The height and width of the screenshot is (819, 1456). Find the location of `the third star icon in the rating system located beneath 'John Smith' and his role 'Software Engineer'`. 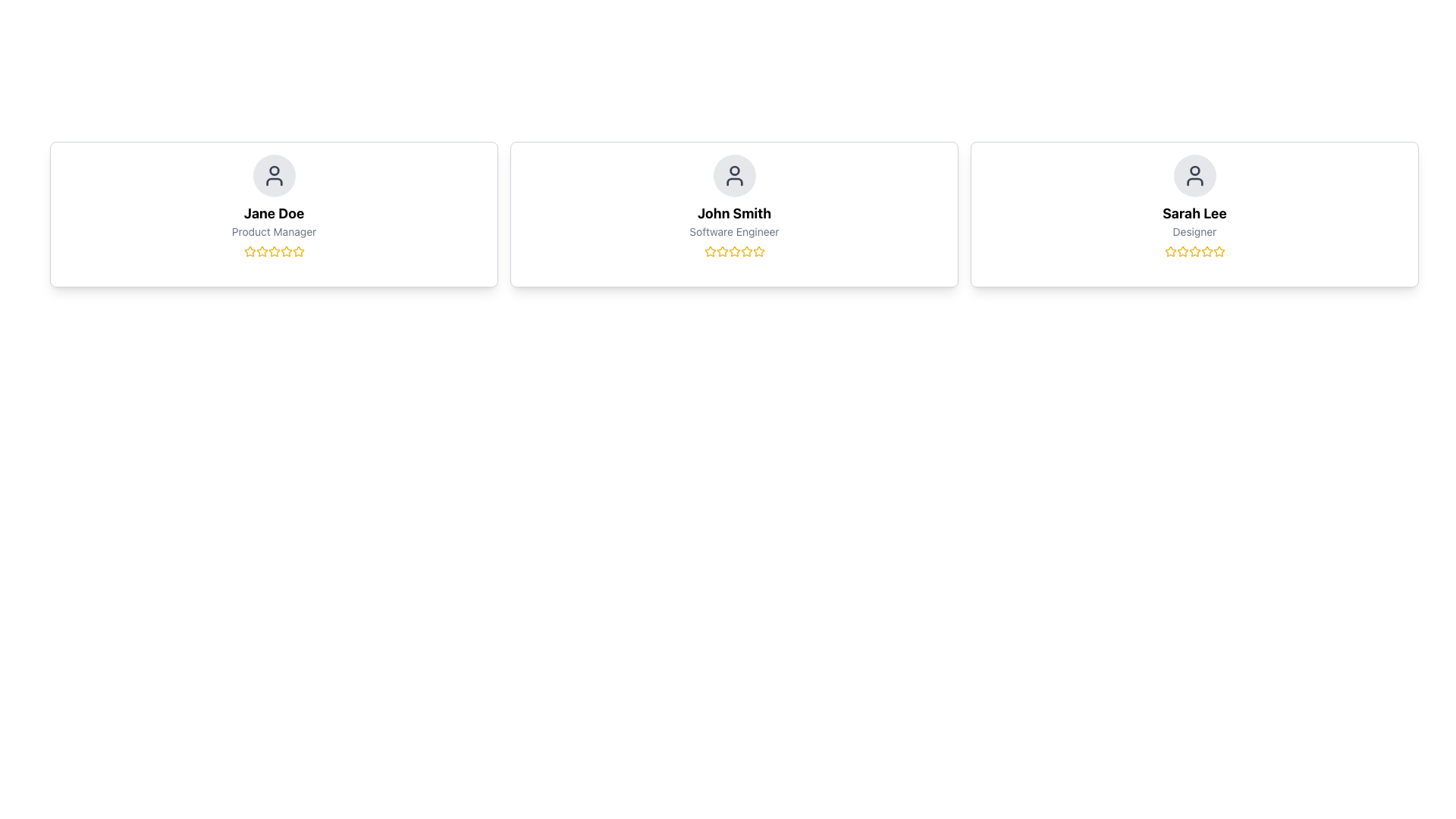

the third star icon in the rating system located beneath 'John Smith' and his role 'Software Engineer' is located at coordinates (721, 250).